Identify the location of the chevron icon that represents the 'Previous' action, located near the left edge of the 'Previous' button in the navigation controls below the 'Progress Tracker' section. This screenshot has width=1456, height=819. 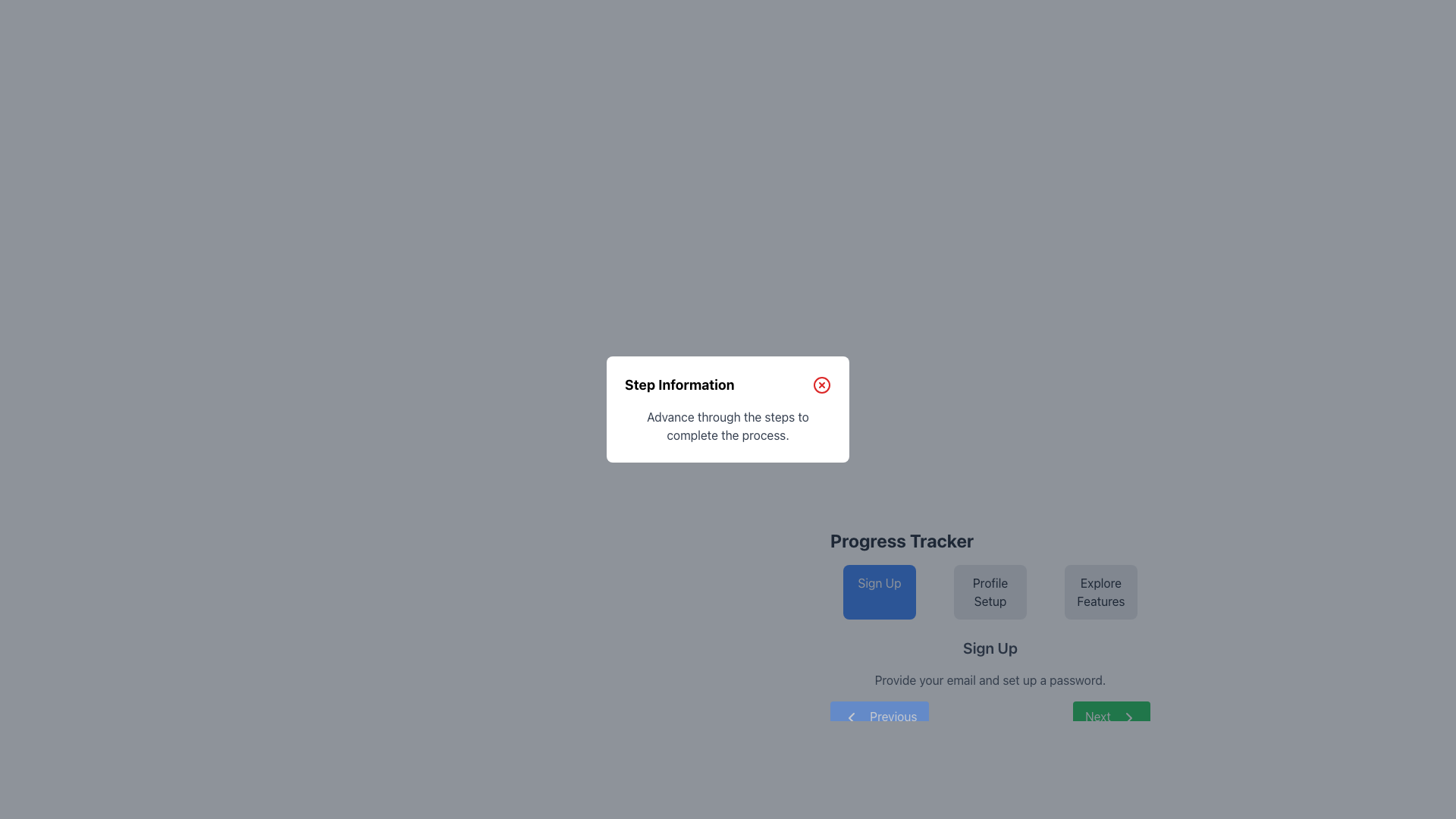
(852, 717).